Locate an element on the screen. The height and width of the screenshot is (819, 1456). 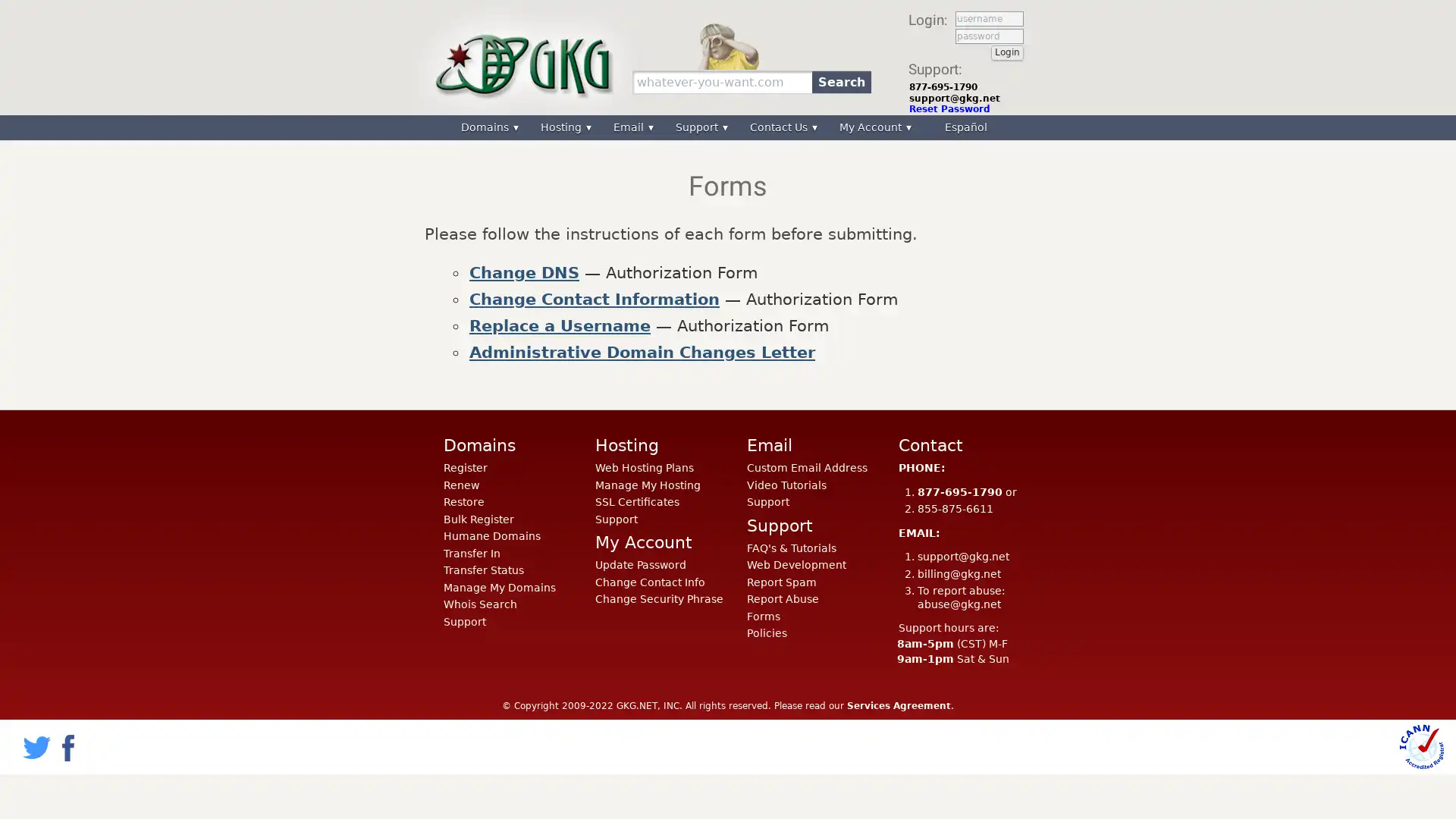
Login is located at coordinates (1007, 52).